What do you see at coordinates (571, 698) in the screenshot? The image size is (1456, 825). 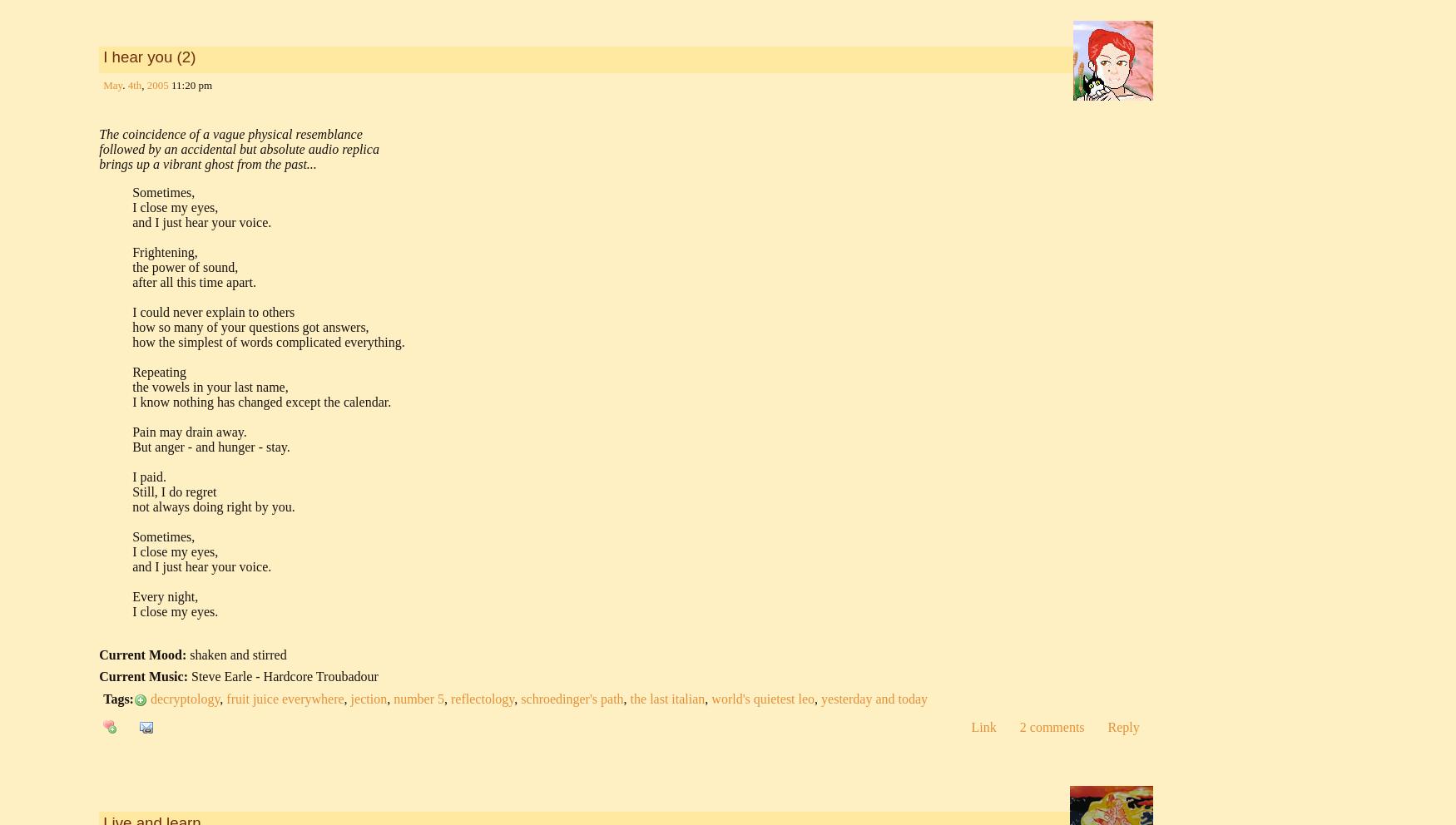 I see `'schroedinger's path'` at bounding box center [571, 698].